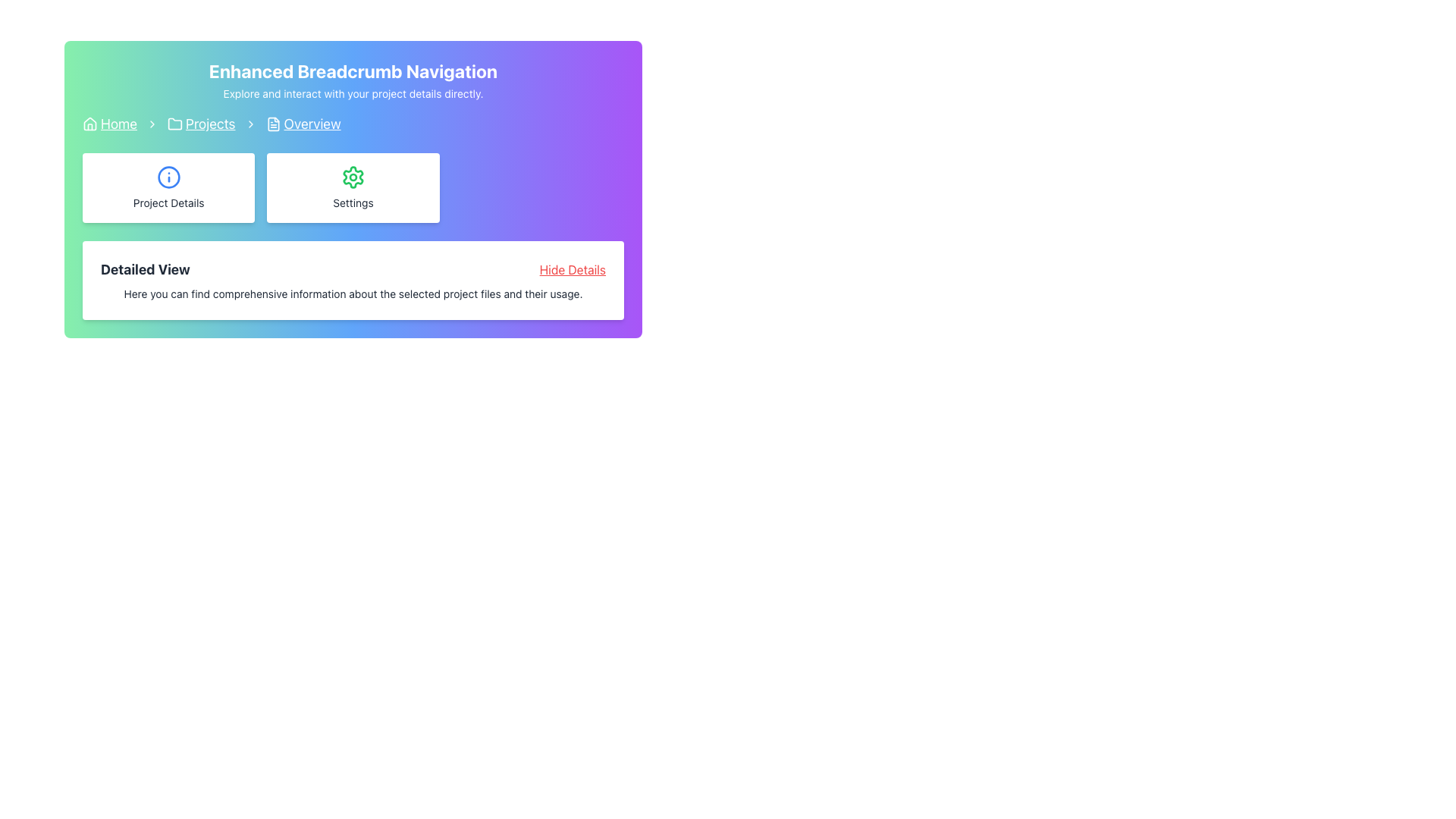 This screenshot has height=819, width=1456. I want to click on the breadcrumb navigation icon that indicates the transition between 'Projects' and 'Overview', which is the third arrow in the sequence after 'Home', so click(250, 124).